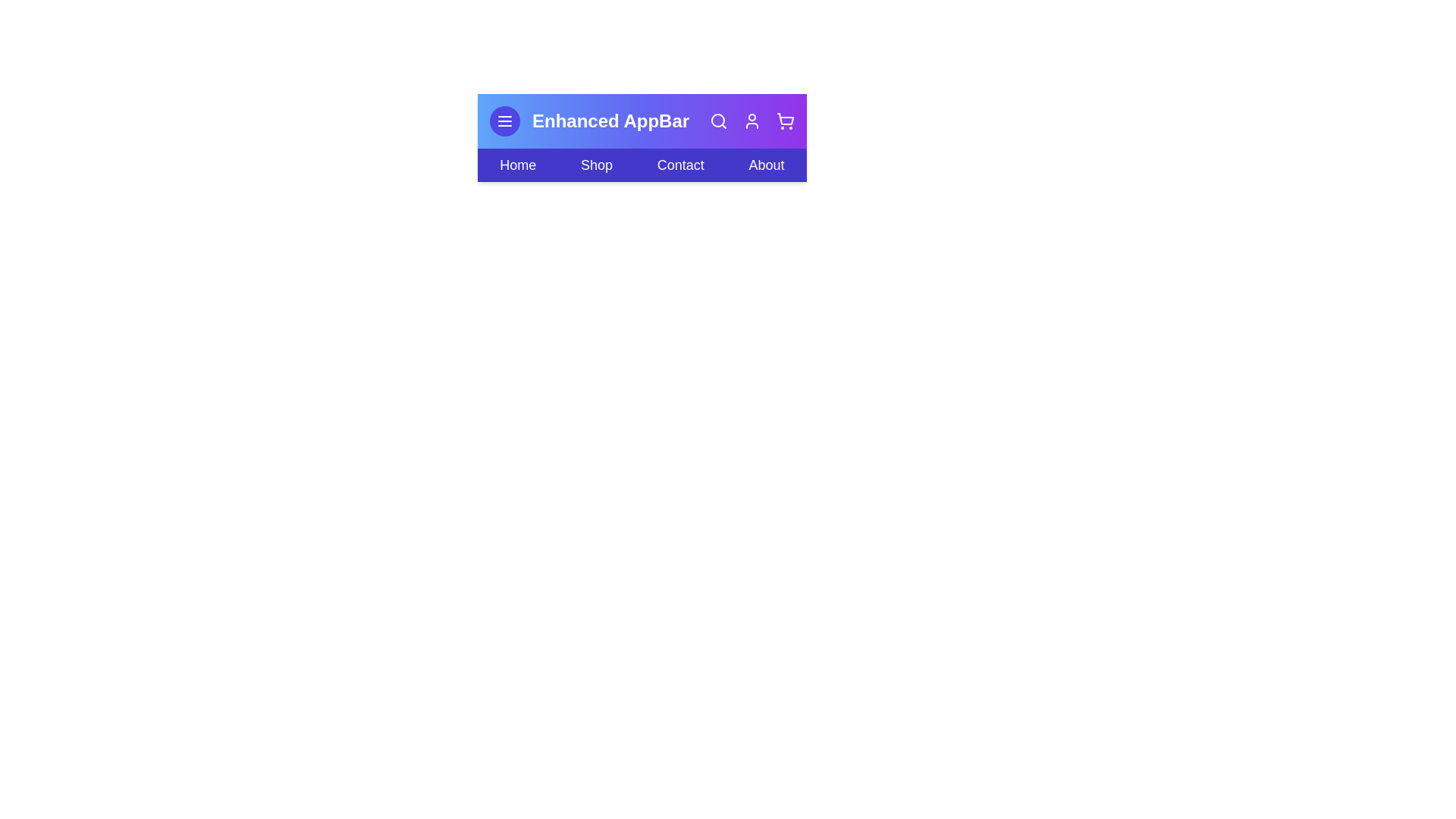 This screenshot has height=819, width=1456. I want to click on the interactive element Home Link to observe its hover effect, so click(517, 165).